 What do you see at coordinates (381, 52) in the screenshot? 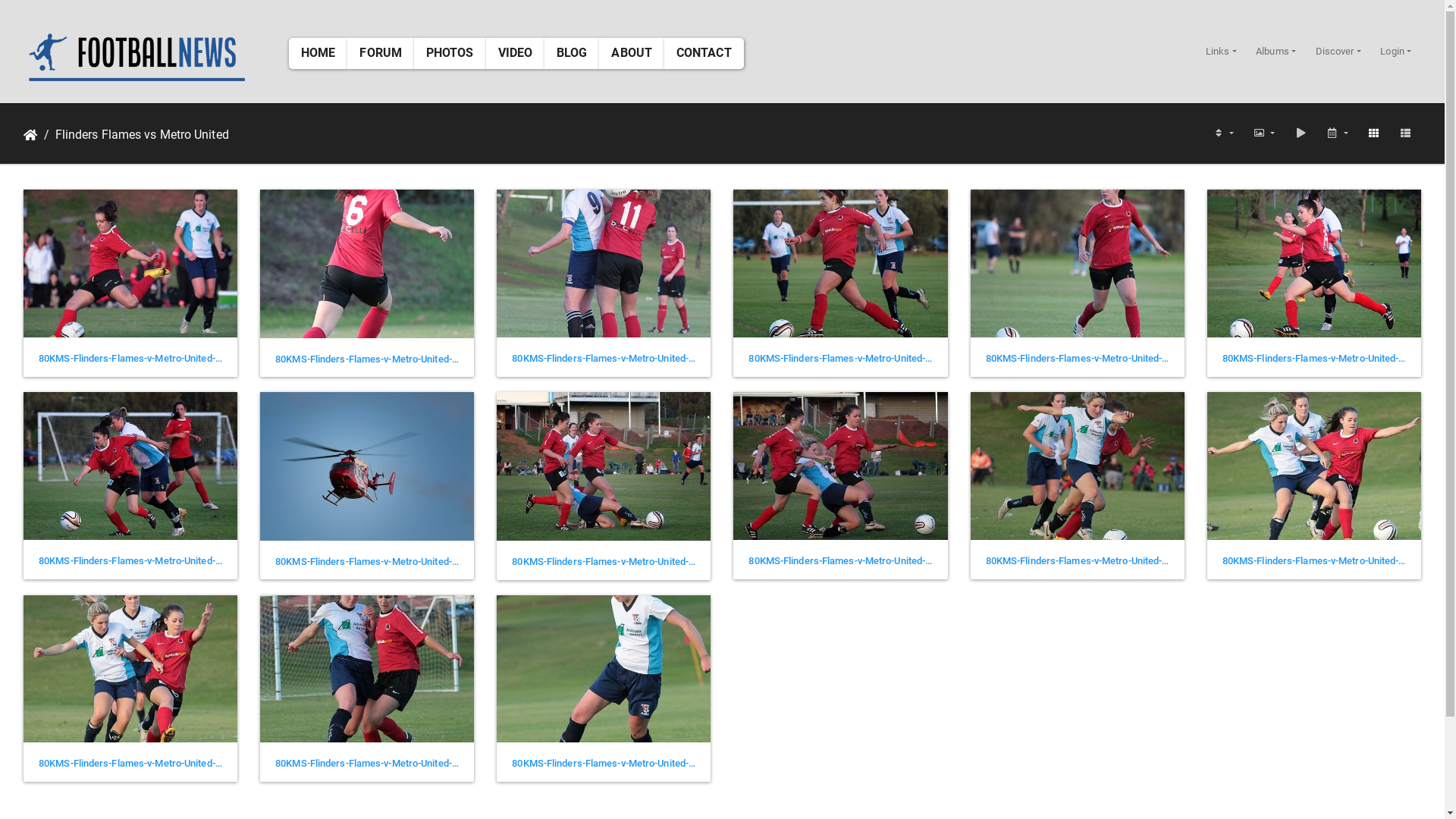
I see `'FORUM'` at bounding box center [381, 52].